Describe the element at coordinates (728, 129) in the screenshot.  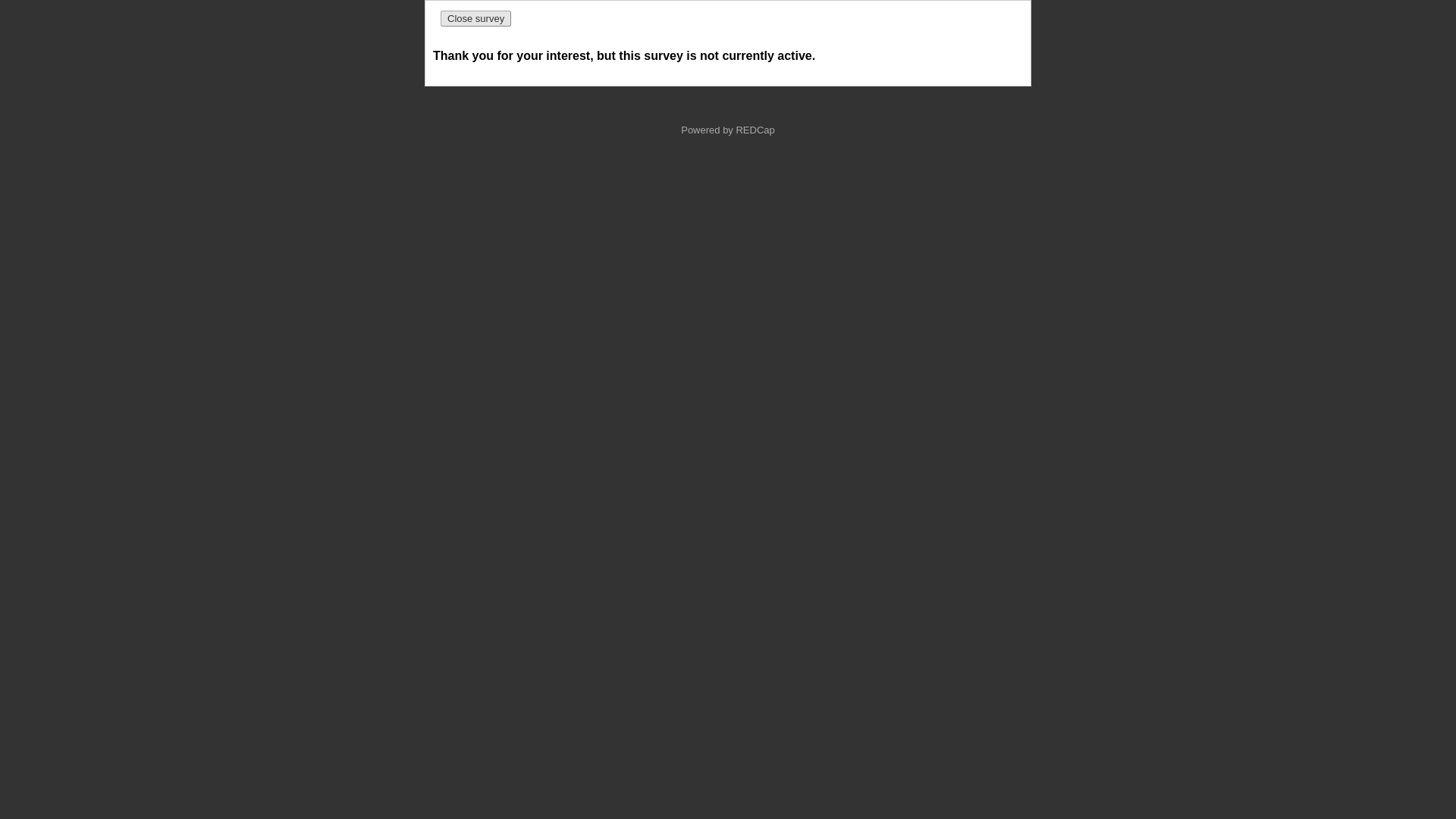
I see `'Powered by REDCap'` at that location.